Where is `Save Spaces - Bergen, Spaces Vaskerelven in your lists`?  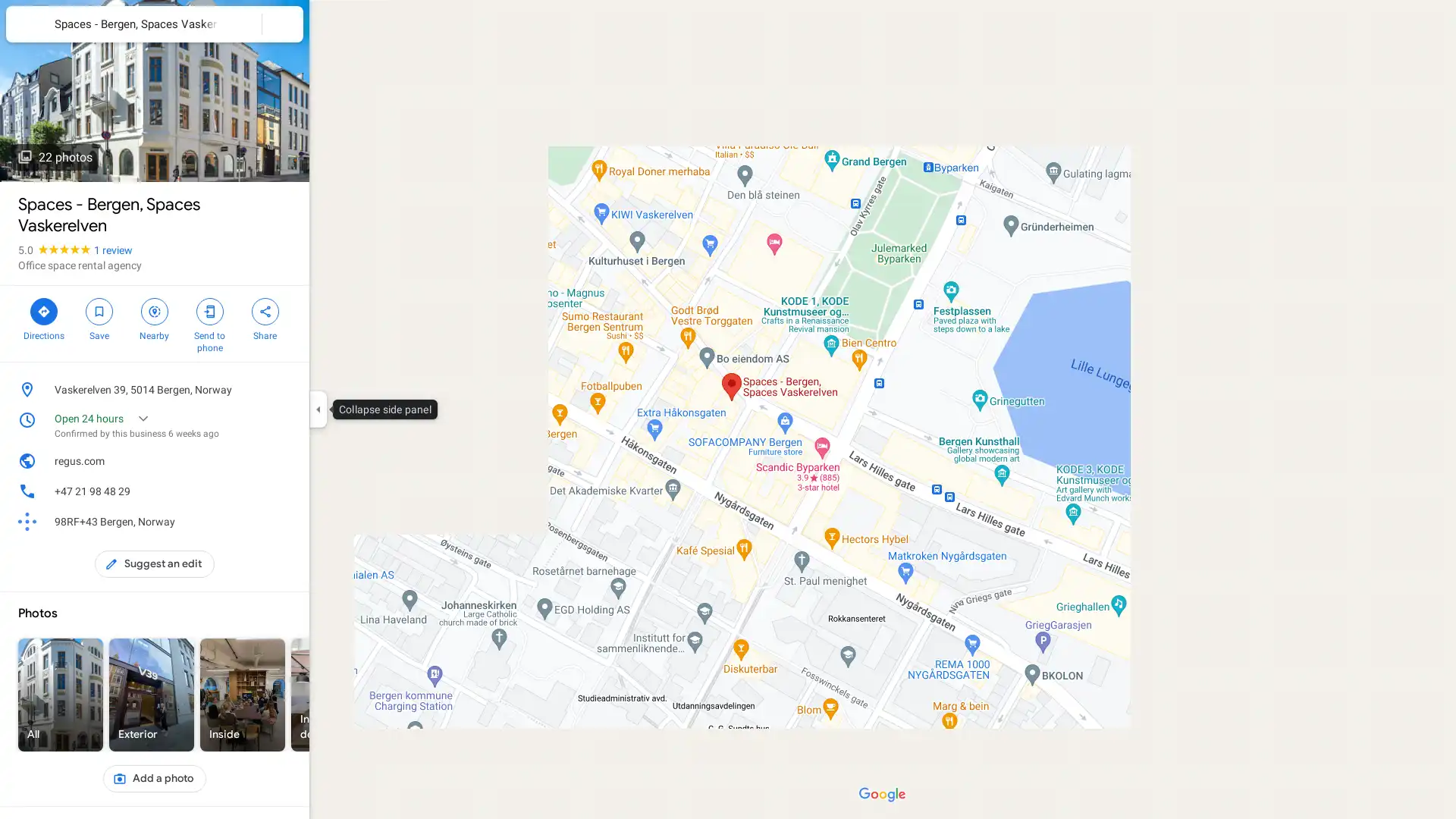 Save Spaces - Bergen, Spaces Vaskerelven in your lists is located at coordinates (98, 317).